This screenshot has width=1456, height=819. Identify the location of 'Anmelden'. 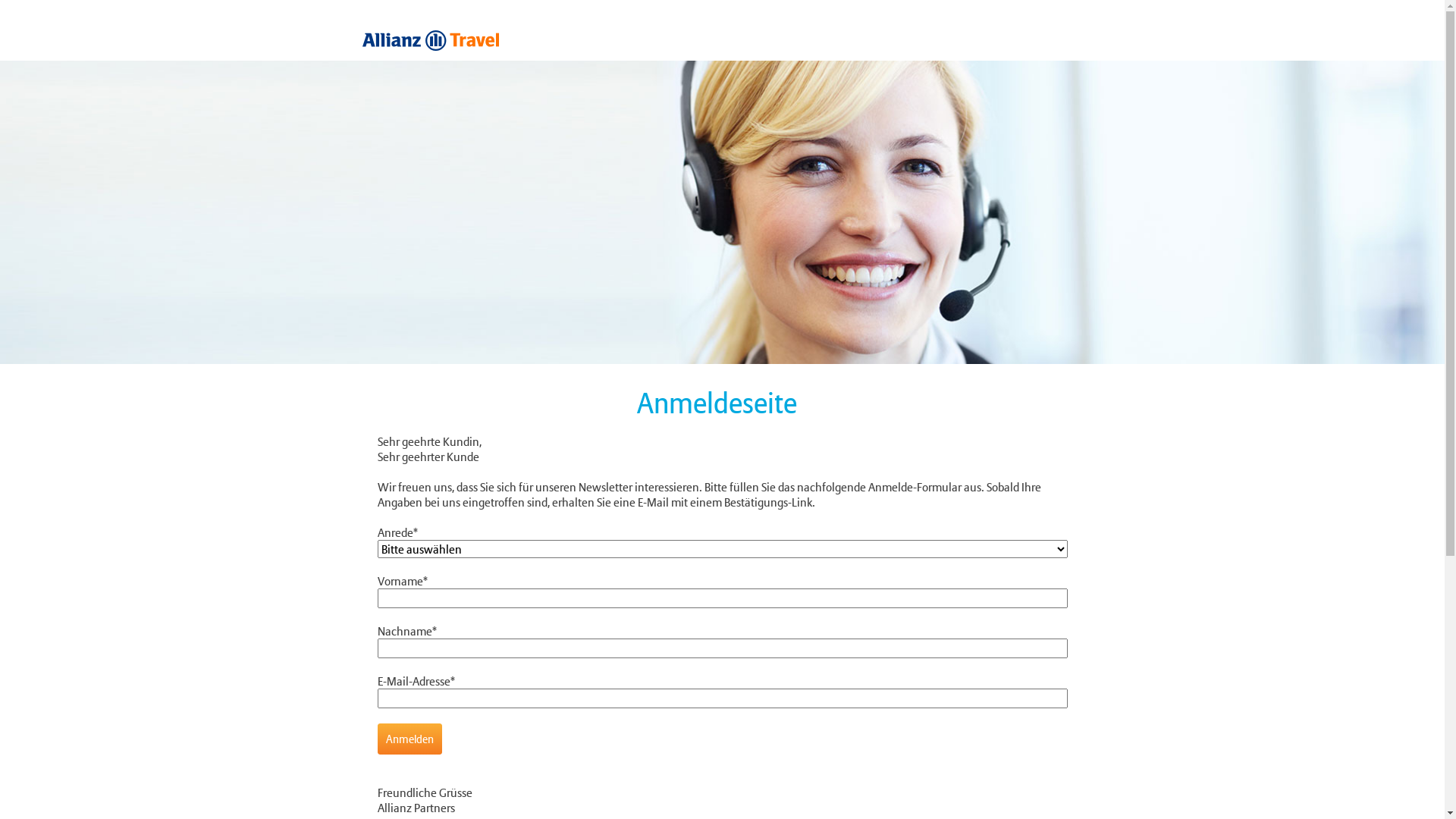
(409, 738).